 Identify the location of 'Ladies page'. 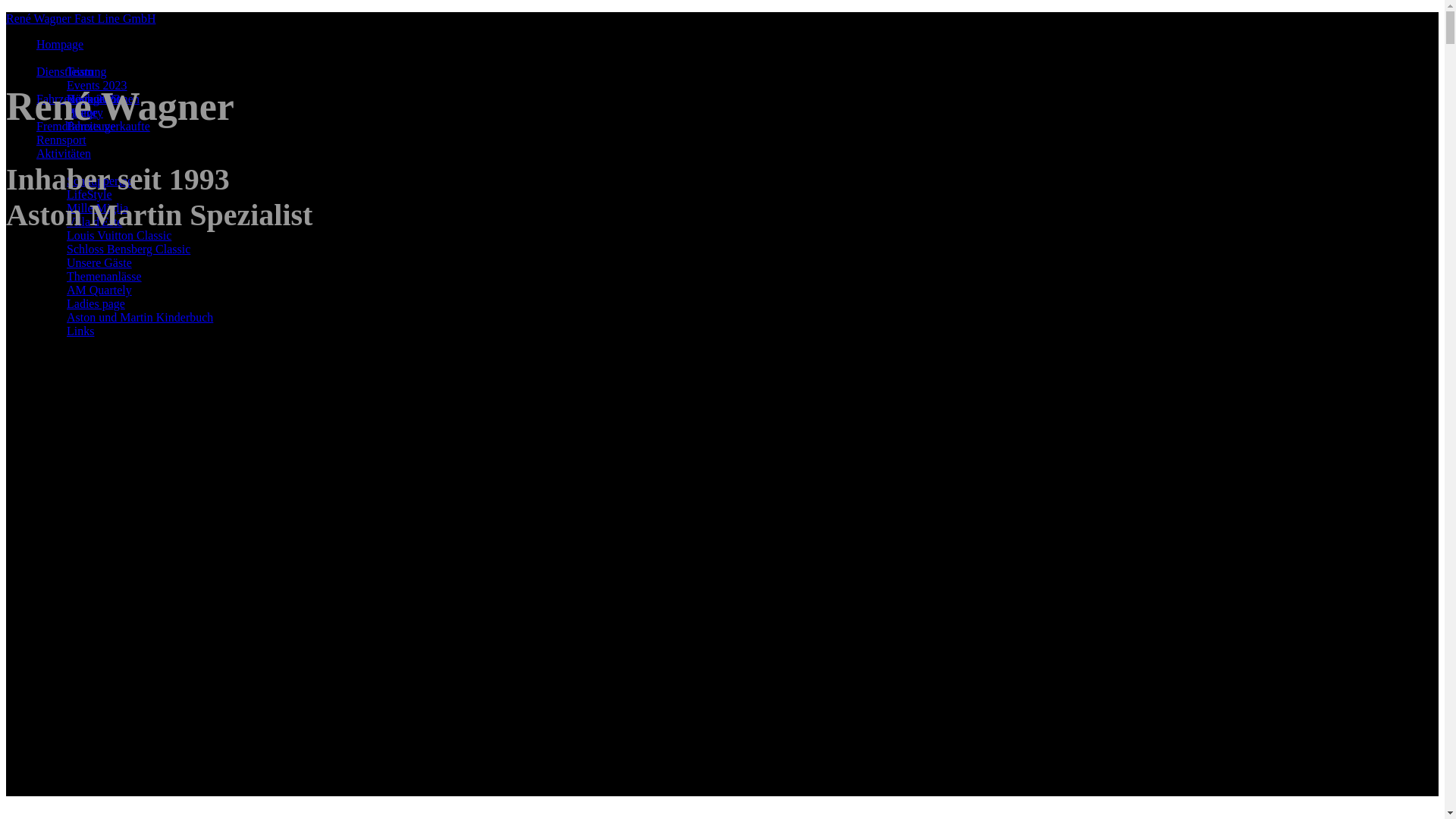
(95, 303).